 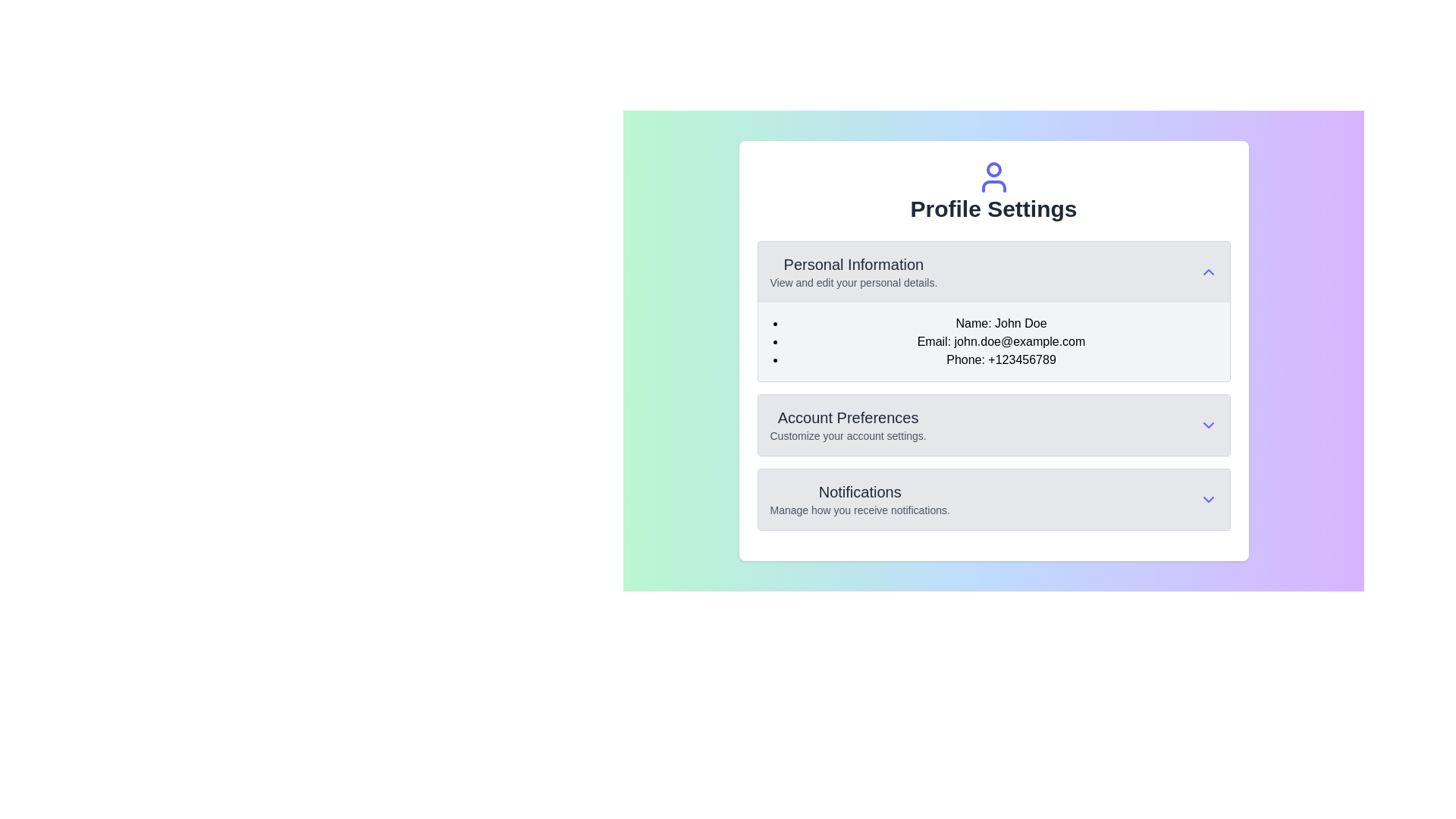 I want to click on the static text element displaying the contact phone number located in the 'Personal Information' section of the 'Profile Settings' page, so click(x=1001, y=359).